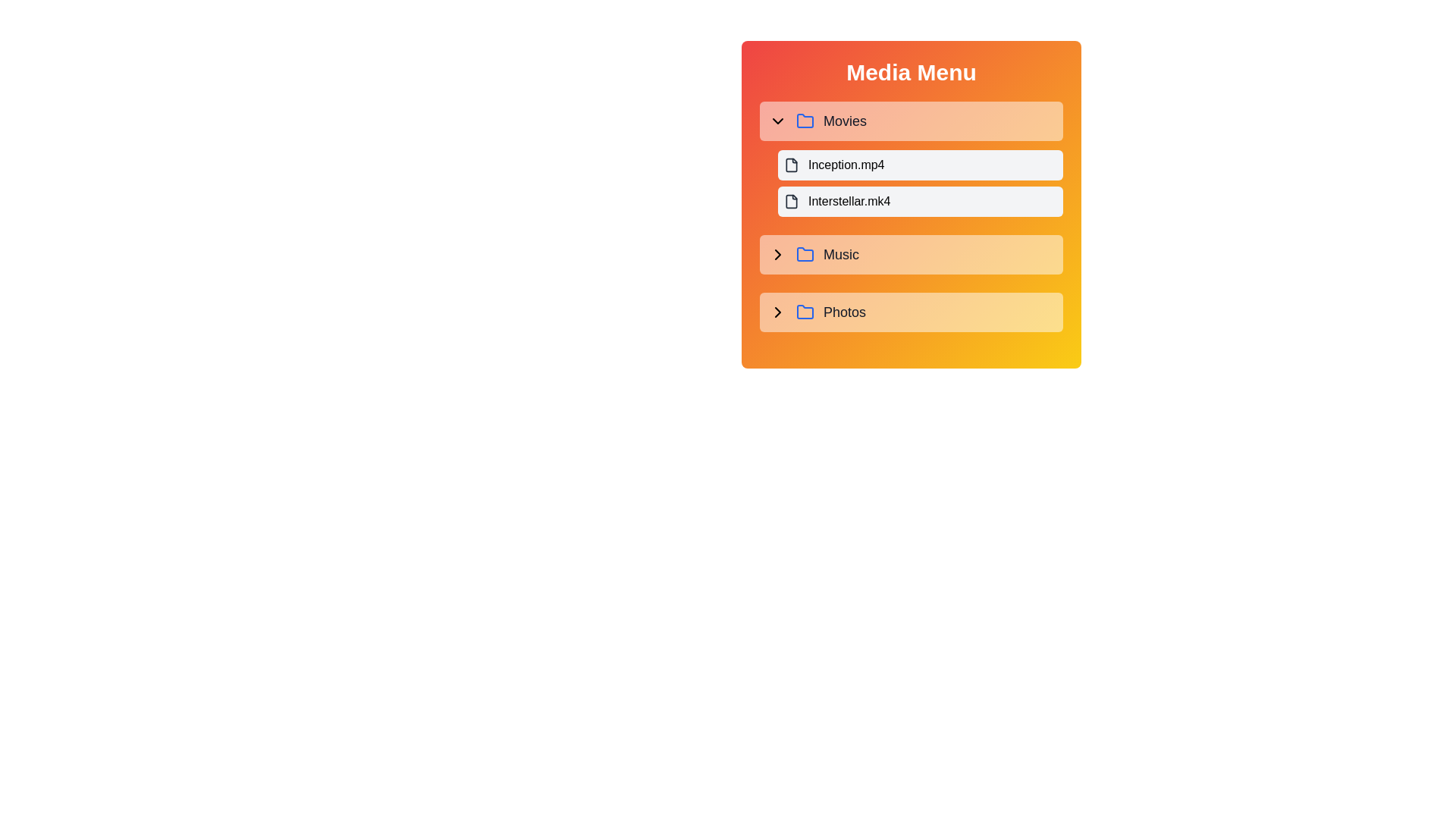 This screenshot has width=1456, height=819. I want to click on the file icon representing 'Interstellar.mk4' in the 'Movies' category, which is located to the left of the file name in the list, so click(790, 201).